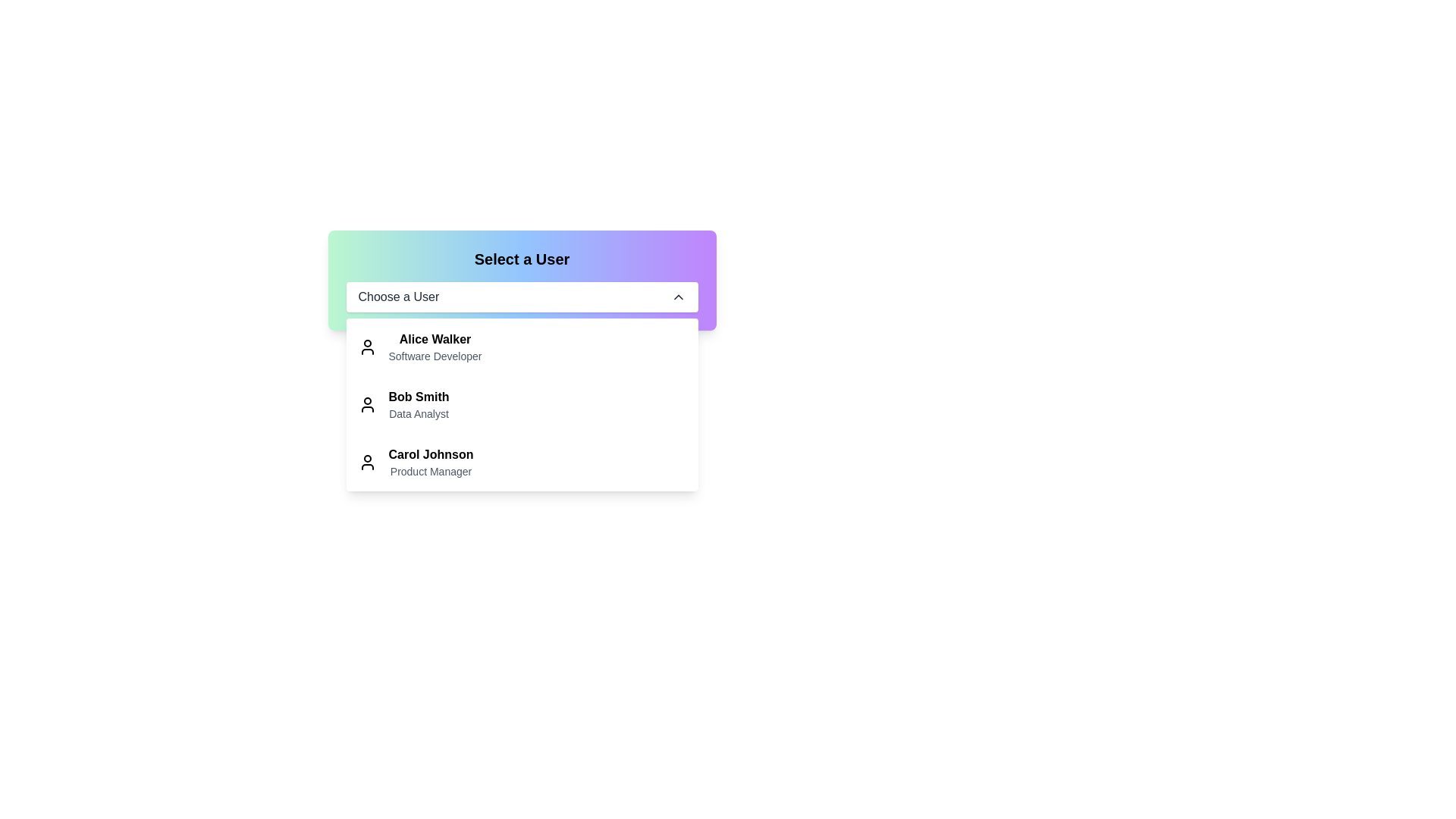 Image resolution: width=1456 pixels, height=819 pixels. Describe the element at coordinates (419, 414) in the screenshot. I see `the 'Data Analyst' text label, which is styled in a smaller and lighter typeface and located below the name 'Bob Smith' in the dropdown list of users` at that location.